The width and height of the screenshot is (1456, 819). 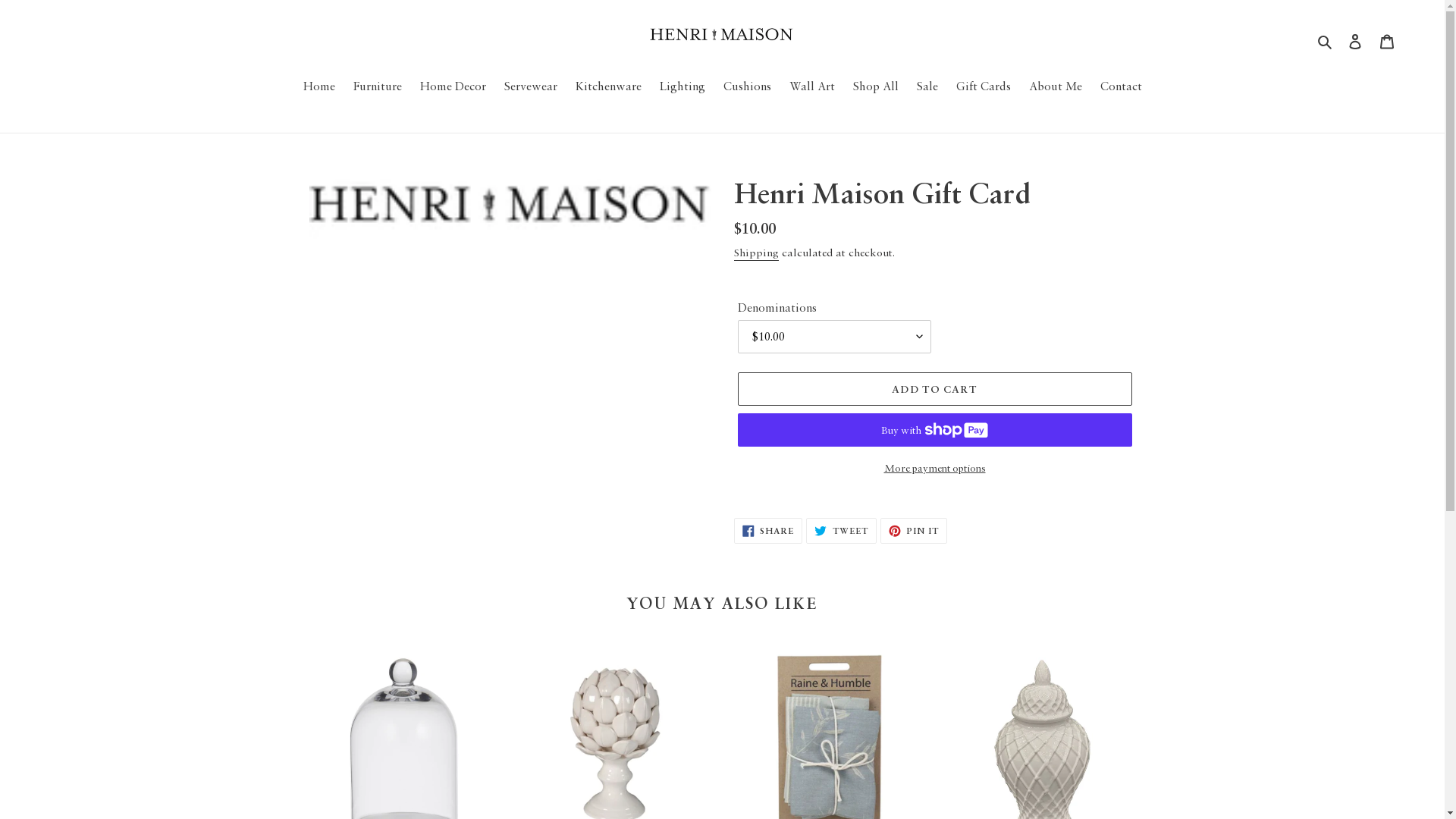 I want to click on 'More payment options', so click(x=934, y=466).